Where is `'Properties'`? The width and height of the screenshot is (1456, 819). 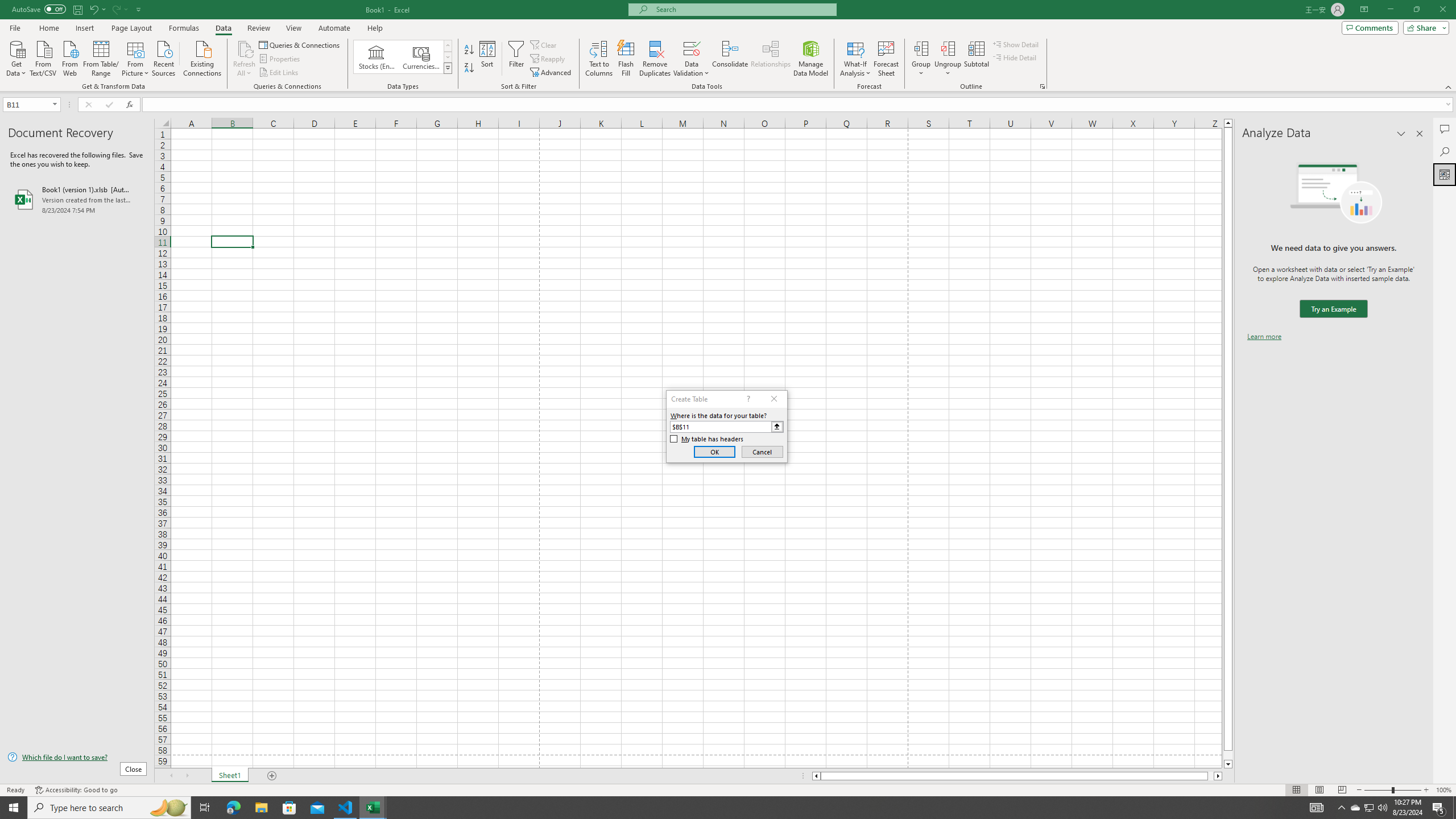 'Properties' is located at coordinates (280, 59).